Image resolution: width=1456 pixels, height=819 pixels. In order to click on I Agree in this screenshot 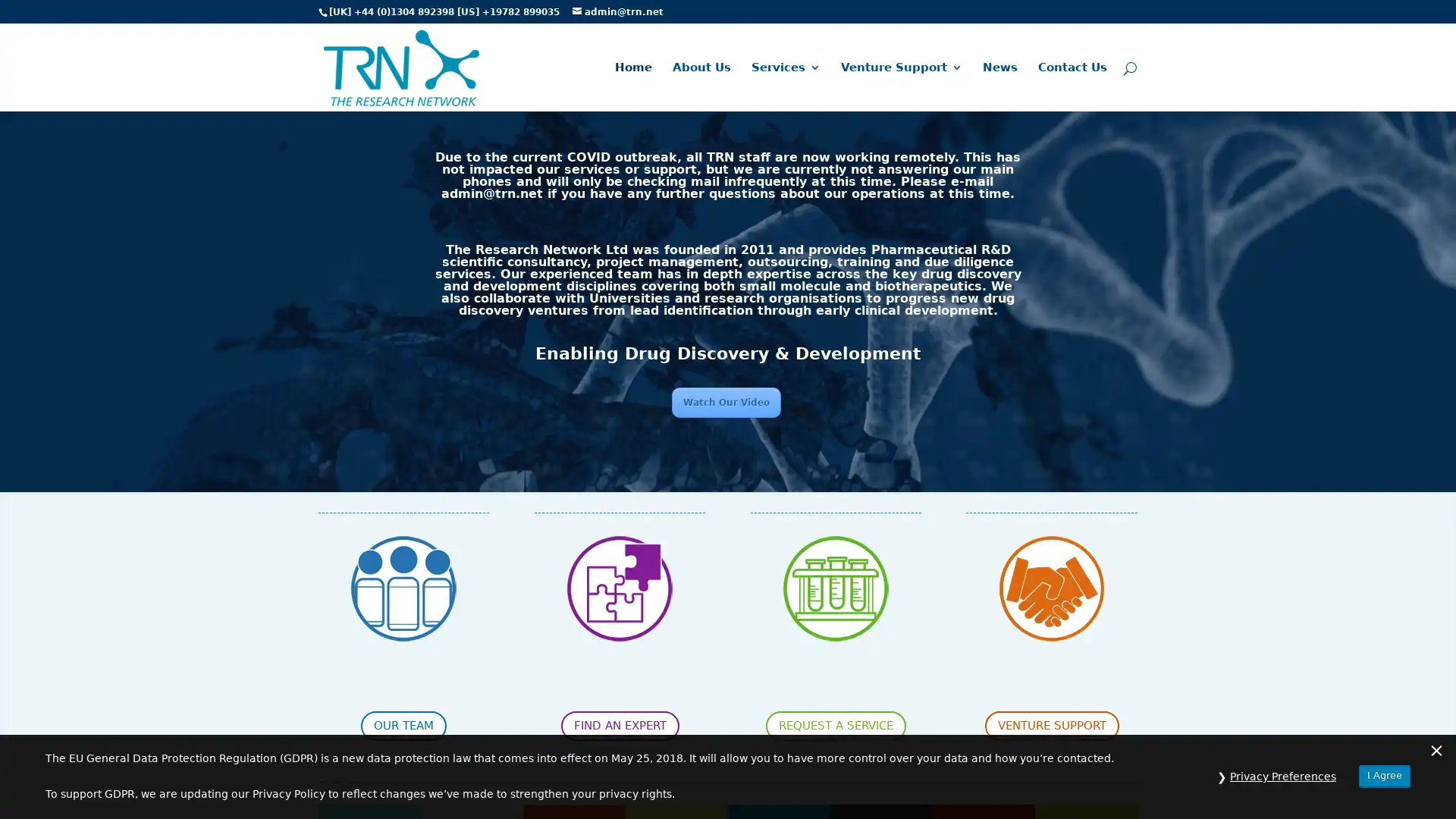, I will do `click(1384, 775)`.